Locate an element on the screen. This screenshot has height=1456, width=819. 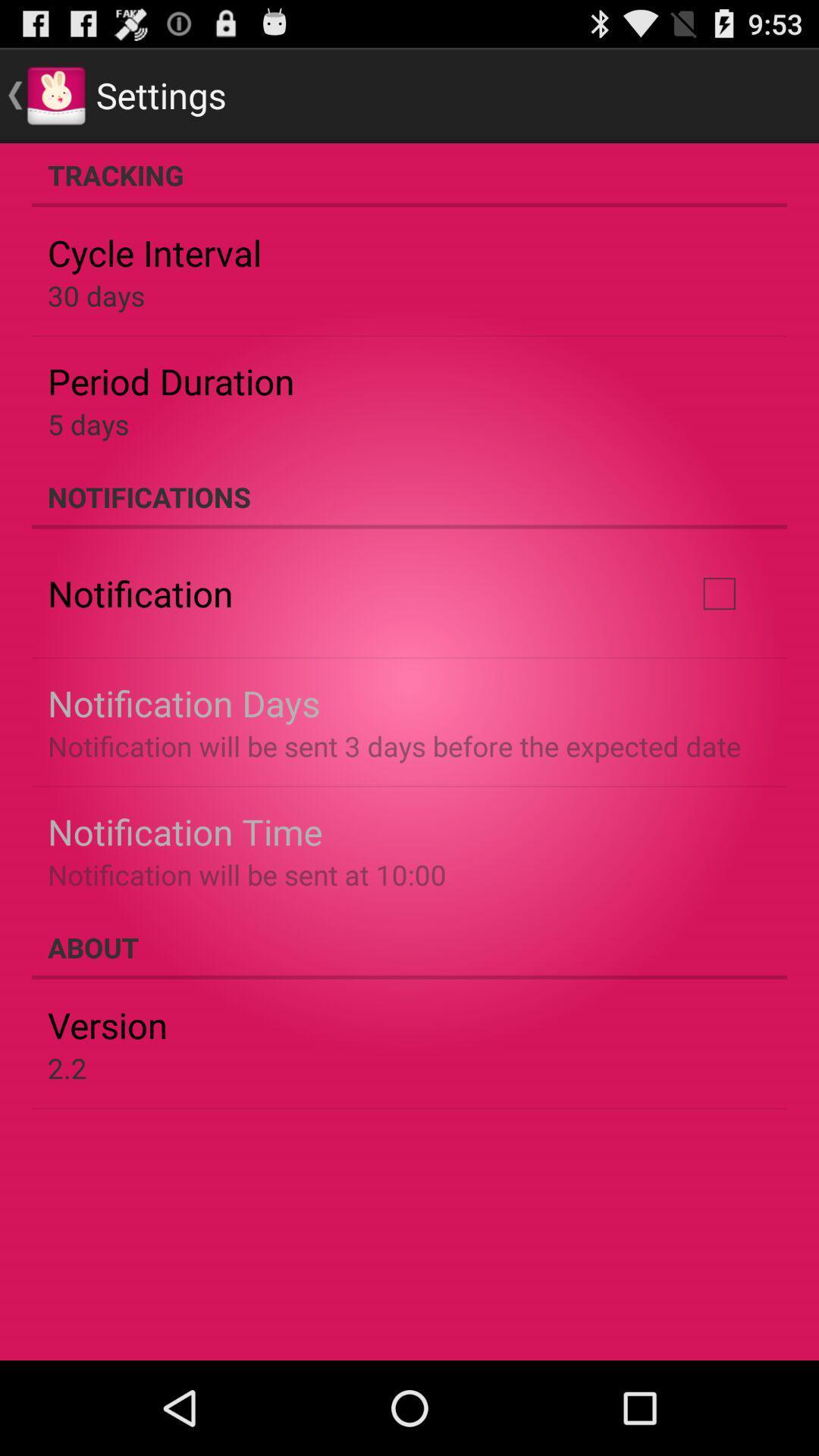
app below version icon is located at coordinates (66, 1067).